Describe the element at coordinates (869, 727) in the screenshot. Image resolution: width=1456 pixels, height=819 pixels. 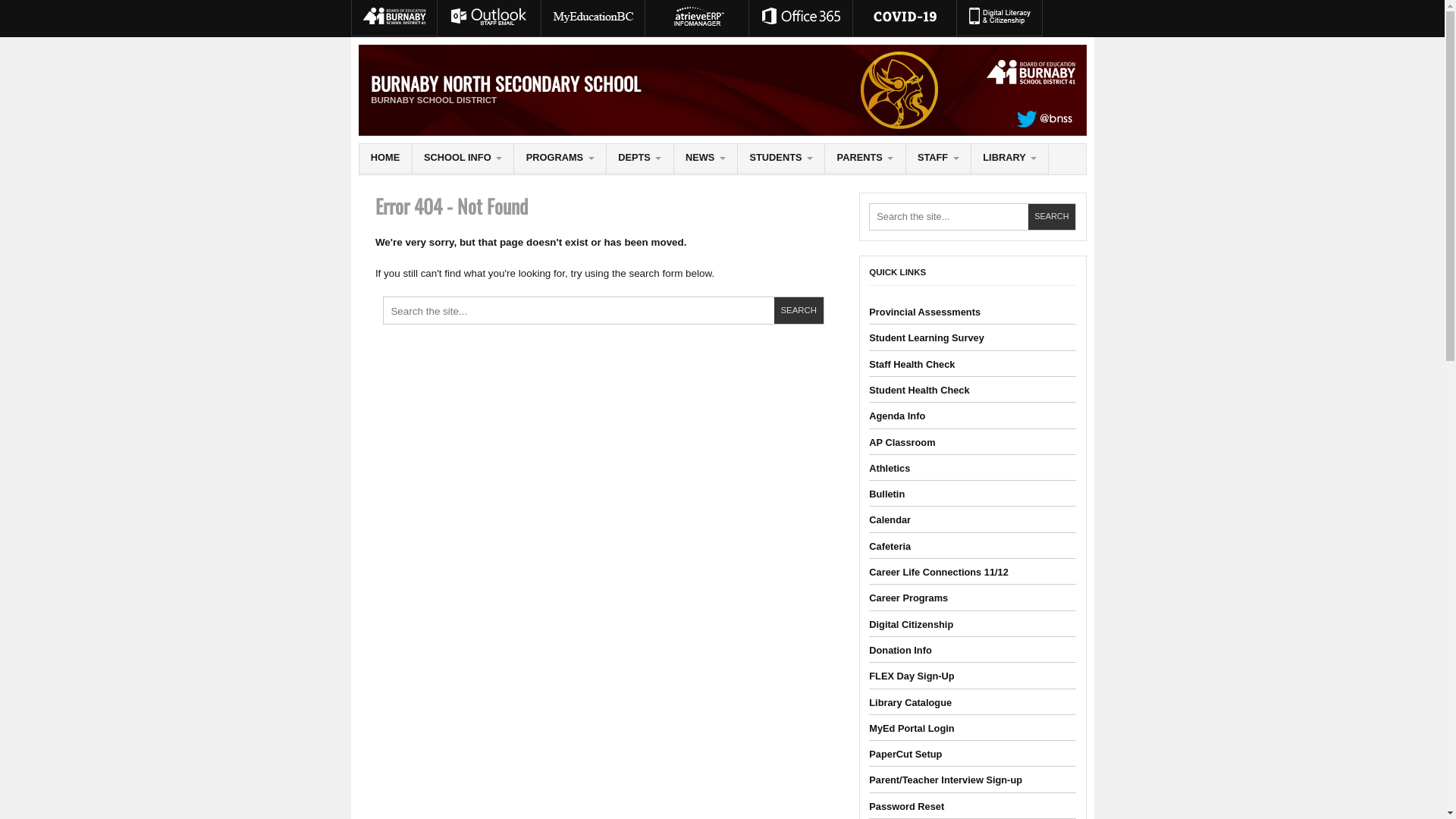
I see `'MyEd Portal Login'` at that location.